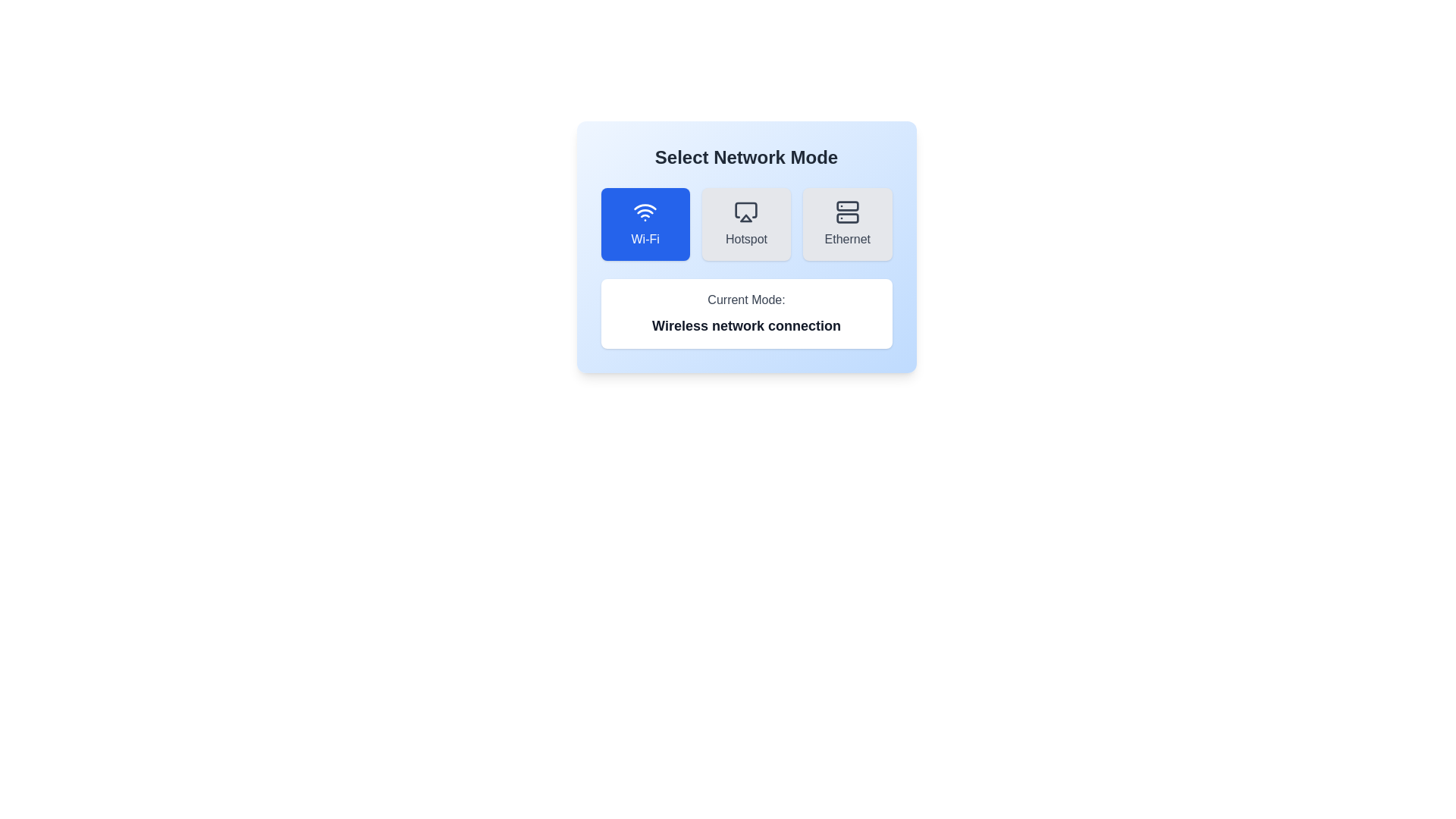 The height and width of the screenshot is (819, 1456). I want to click on the network mode by clicking on the corresponding button for Ethernet, so click(846, 224).